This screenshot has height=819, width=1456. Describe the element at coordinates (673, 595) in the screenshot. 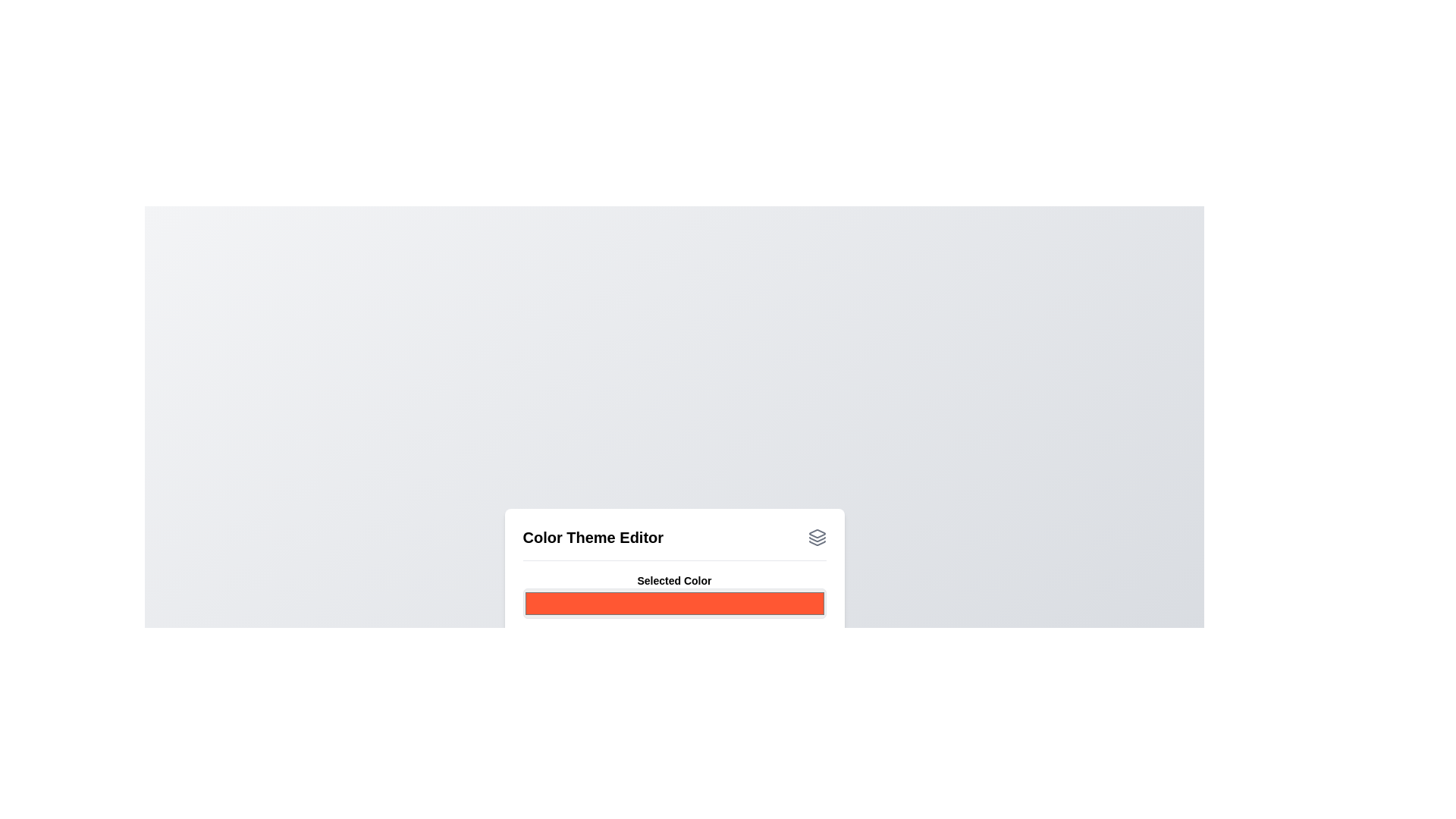

I see `the Color display box labeled 'Selected Color' which has a solid orange hue and a button-like appearance` at that location.